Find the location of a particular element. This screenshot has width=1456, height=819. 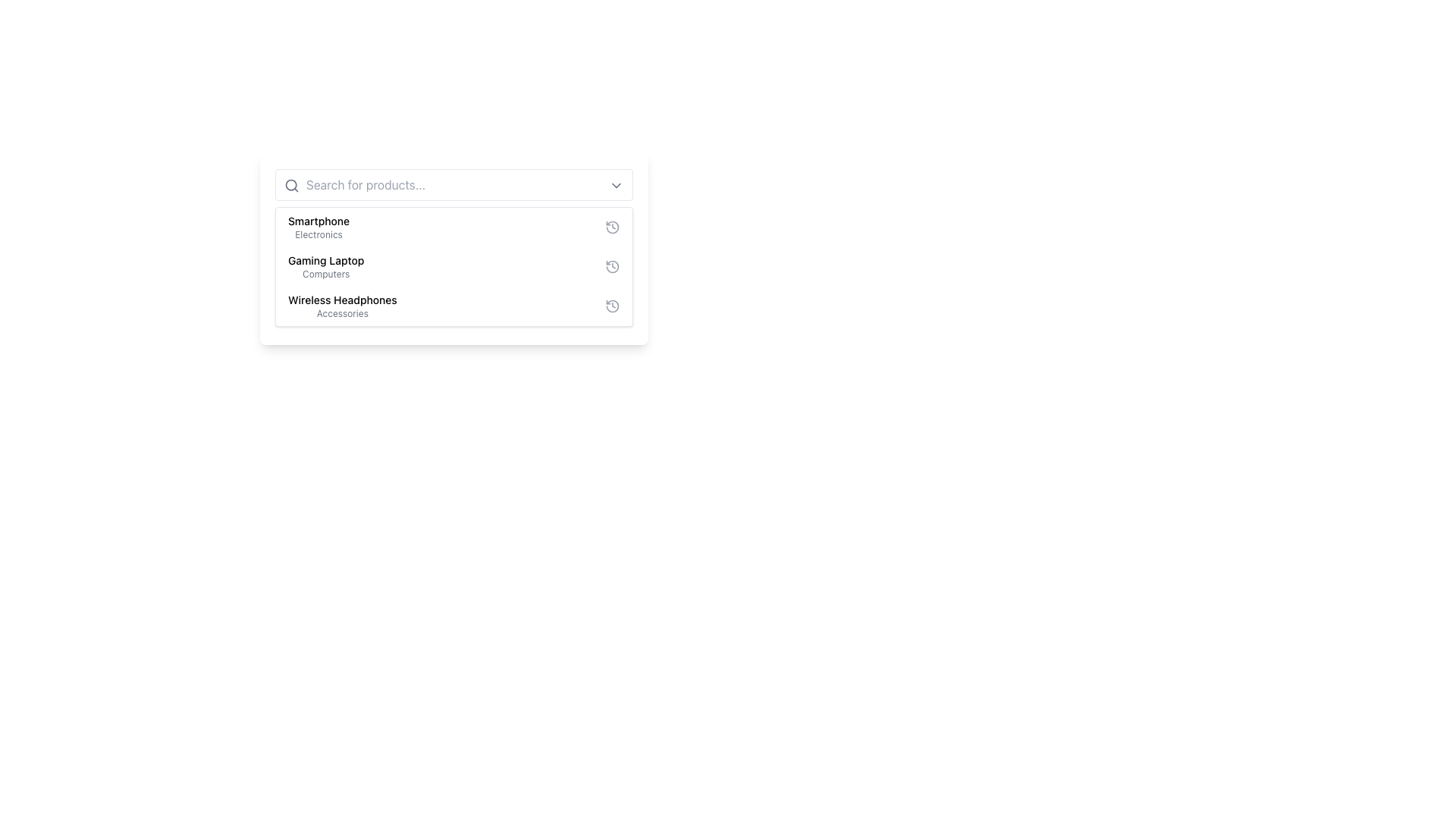

the History Icon, which is represented as an outlined circle with directional arrows inside, located at the rightmost side of the list item labeled 'Smartphone - Electronics' in a dropdown list layout is located at coordinates (612, 227).